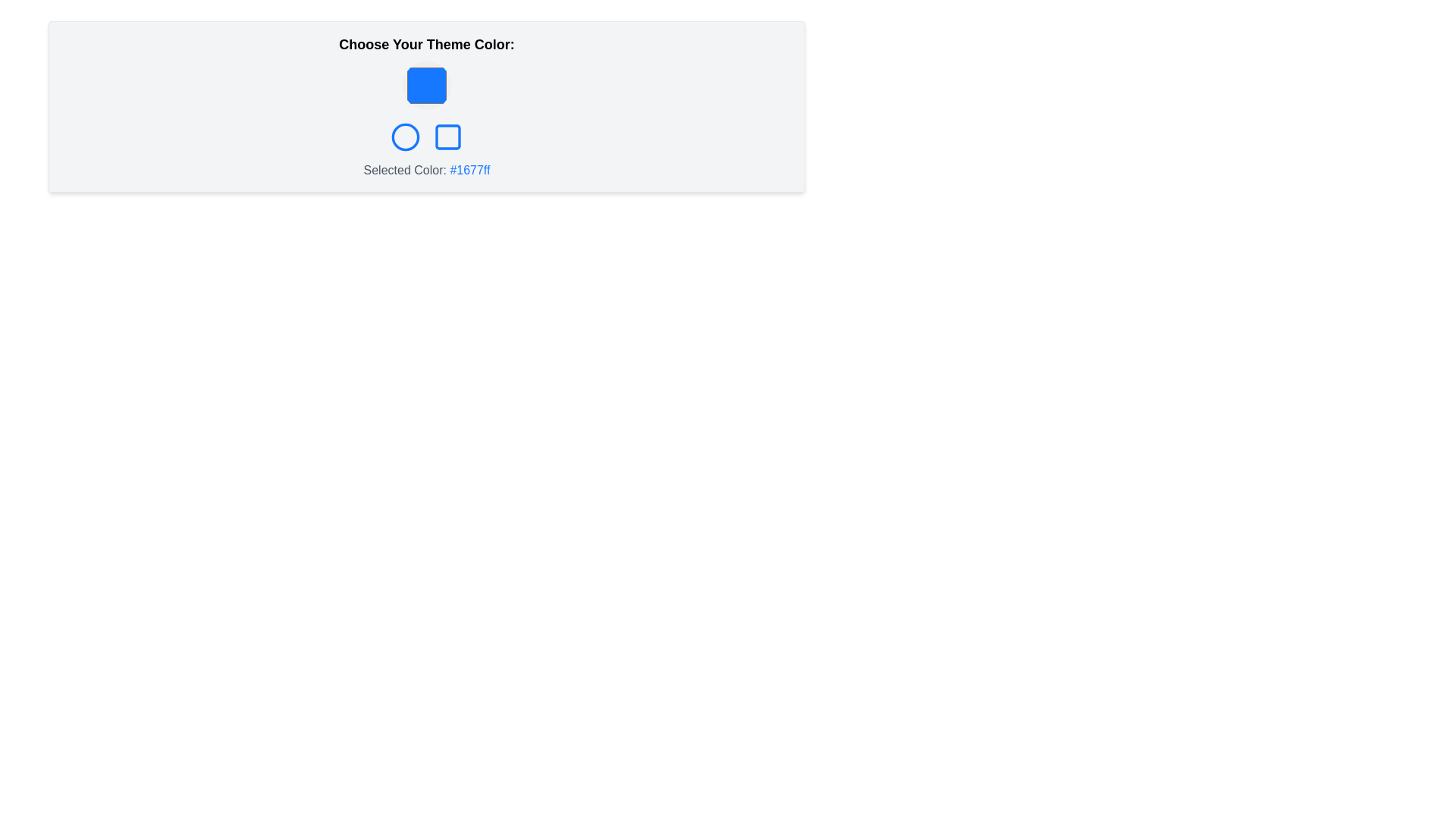 This screenshot has width=1456, height=819. What do you see at coordinates (405, 137) in the screenshot?
I see `the second color choice button under 'Choose Your Theme Color'` at bounding box center [405, 137].